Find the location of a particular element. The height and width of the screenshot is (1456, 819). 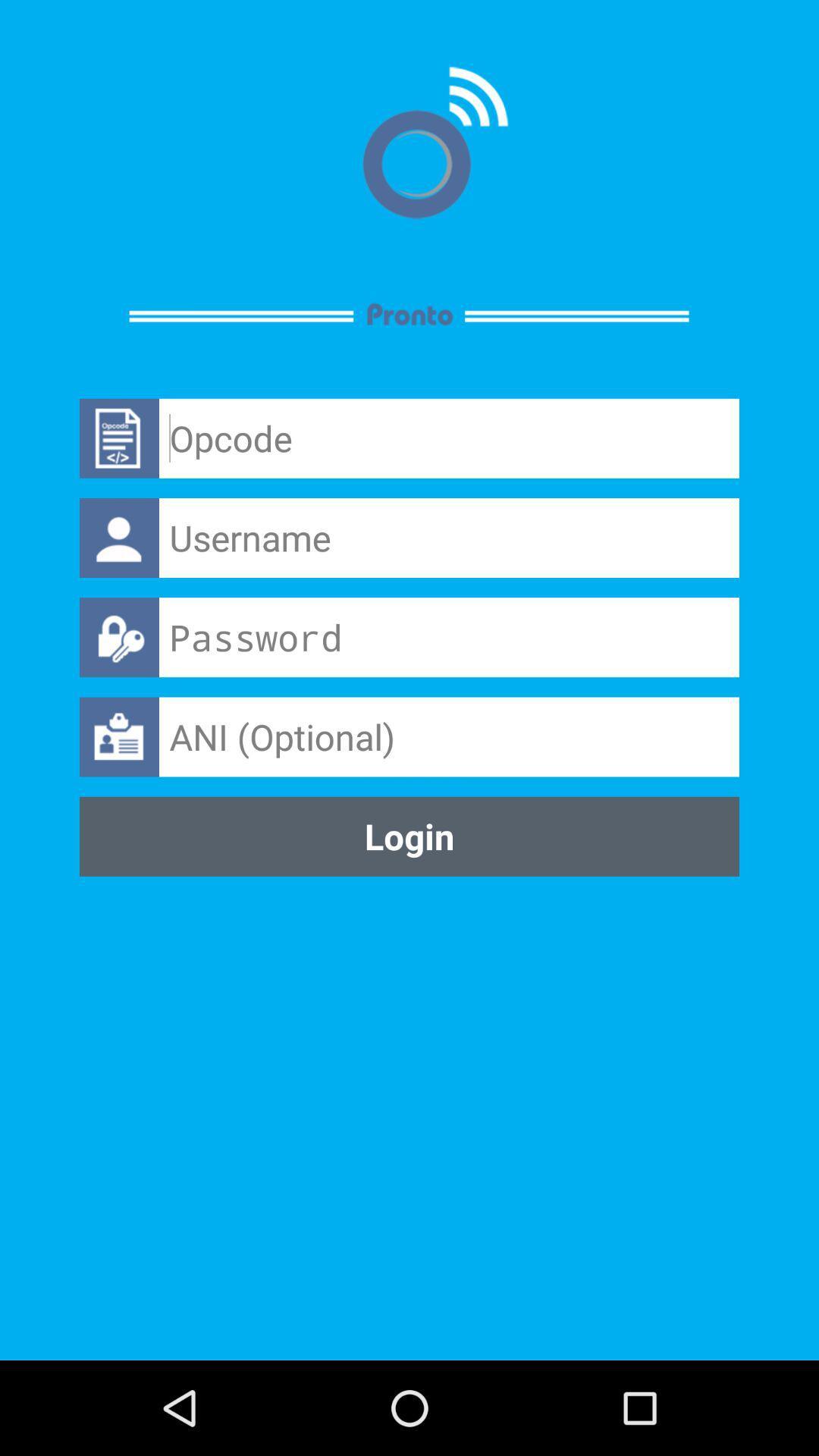

the login is located at coordinates (409, 836).